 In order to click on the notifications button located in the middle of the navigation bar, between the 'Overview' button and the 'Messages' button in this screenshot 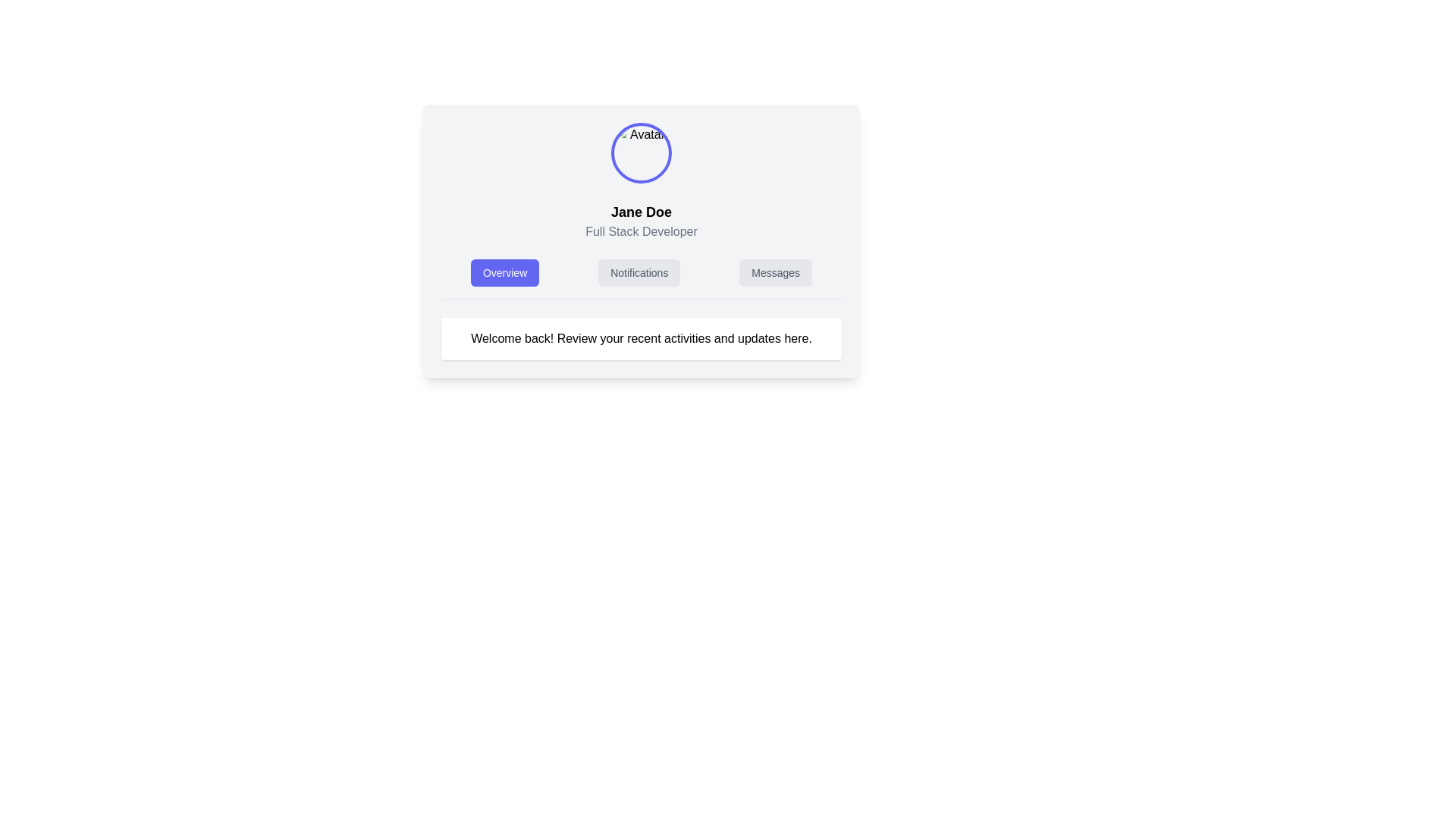, I will do `click(641, 278)`.